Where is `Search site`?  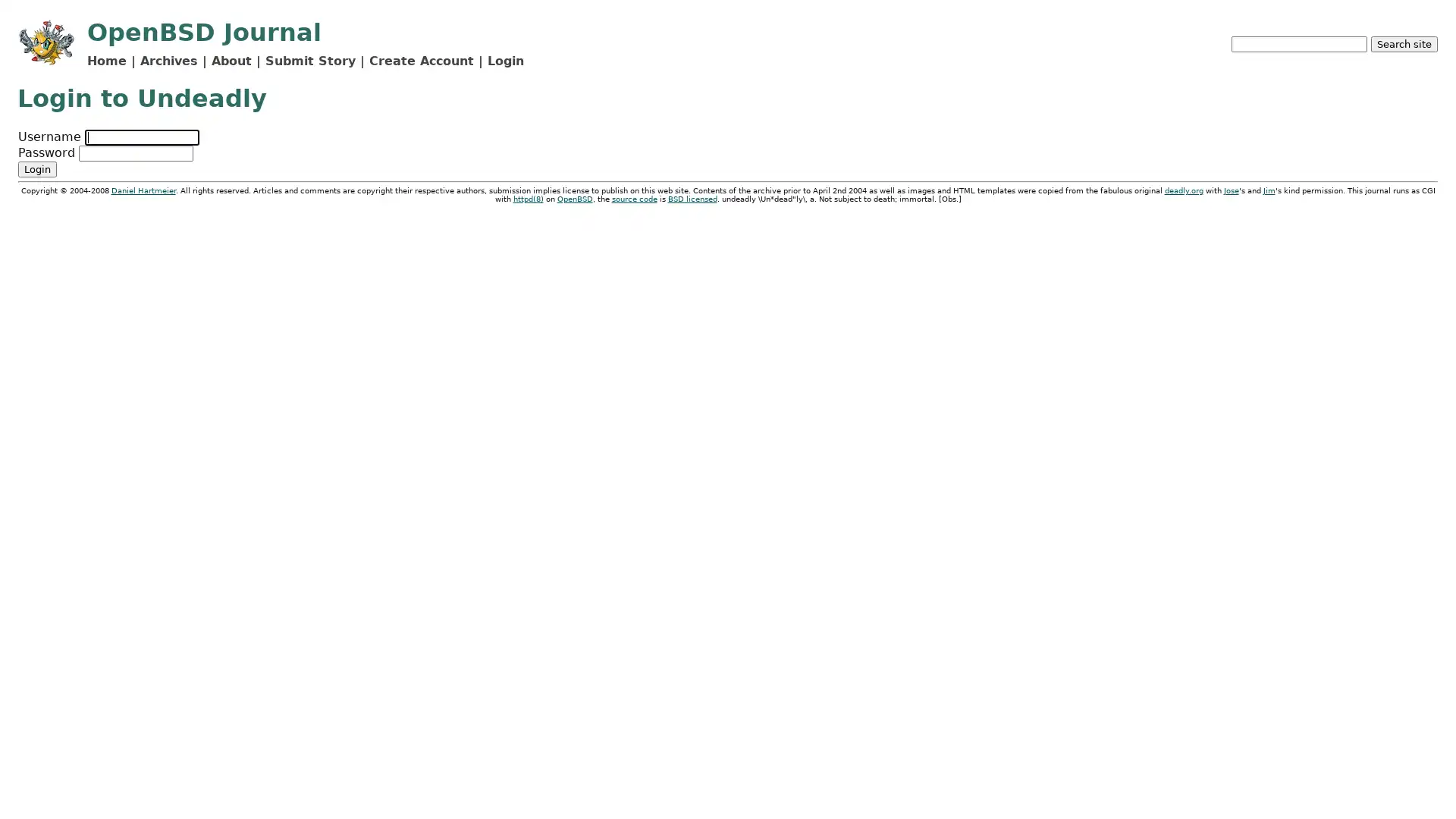
Search site is located at coordinates (1404, 43).